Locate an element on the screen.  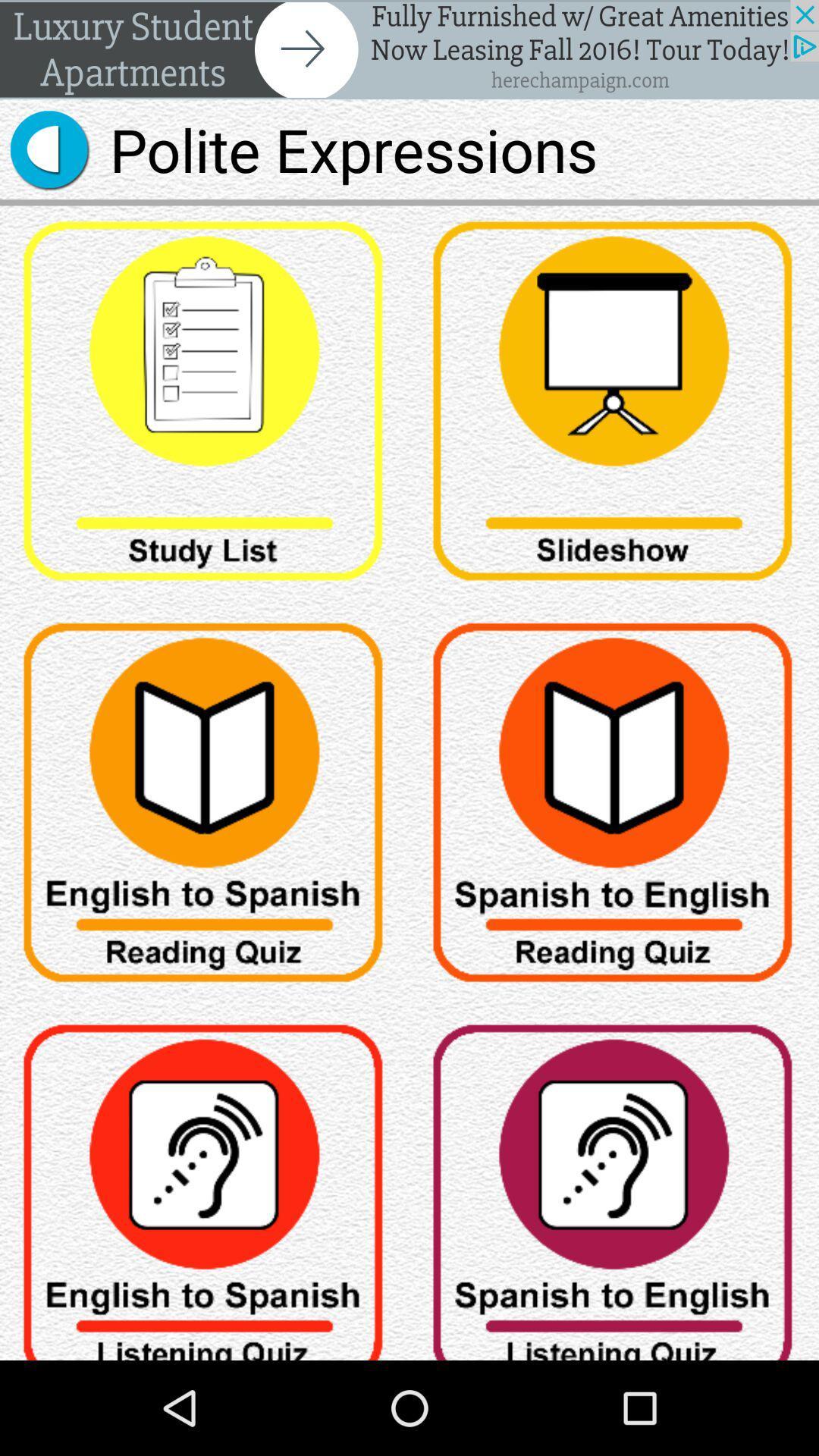
click advertisement is located at coordinates (409, 49).